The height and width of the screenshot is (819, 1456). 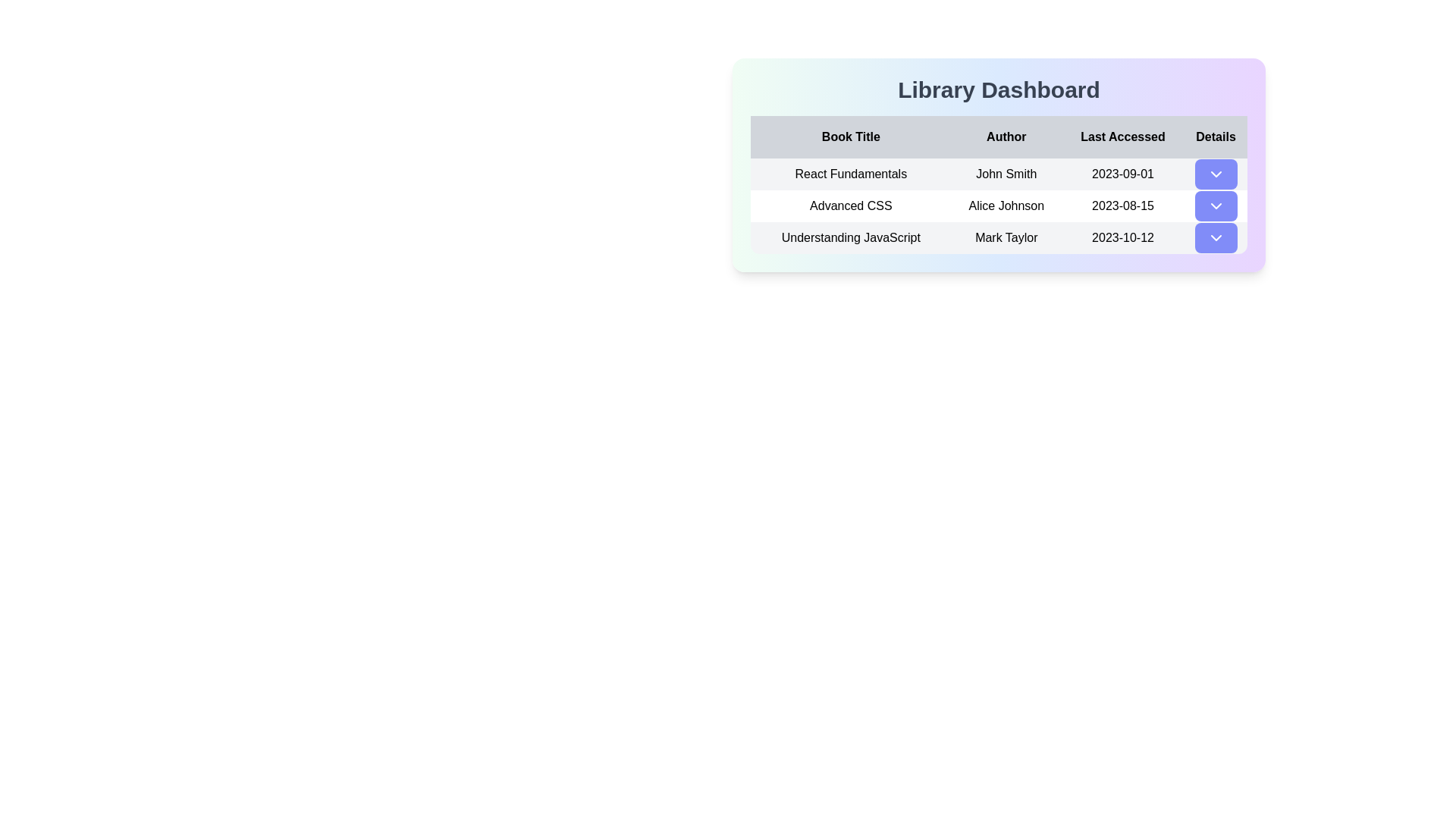 What do you see at coordinates (1123, 237) in the screenshot?
I see `the text label displaying '2023-10-12' located in the 'Last Accessed' column of the table for the row corresponding to 'Understanding JavaScript' by 'Mark Taylor'` at bounding box center [1123, 237].